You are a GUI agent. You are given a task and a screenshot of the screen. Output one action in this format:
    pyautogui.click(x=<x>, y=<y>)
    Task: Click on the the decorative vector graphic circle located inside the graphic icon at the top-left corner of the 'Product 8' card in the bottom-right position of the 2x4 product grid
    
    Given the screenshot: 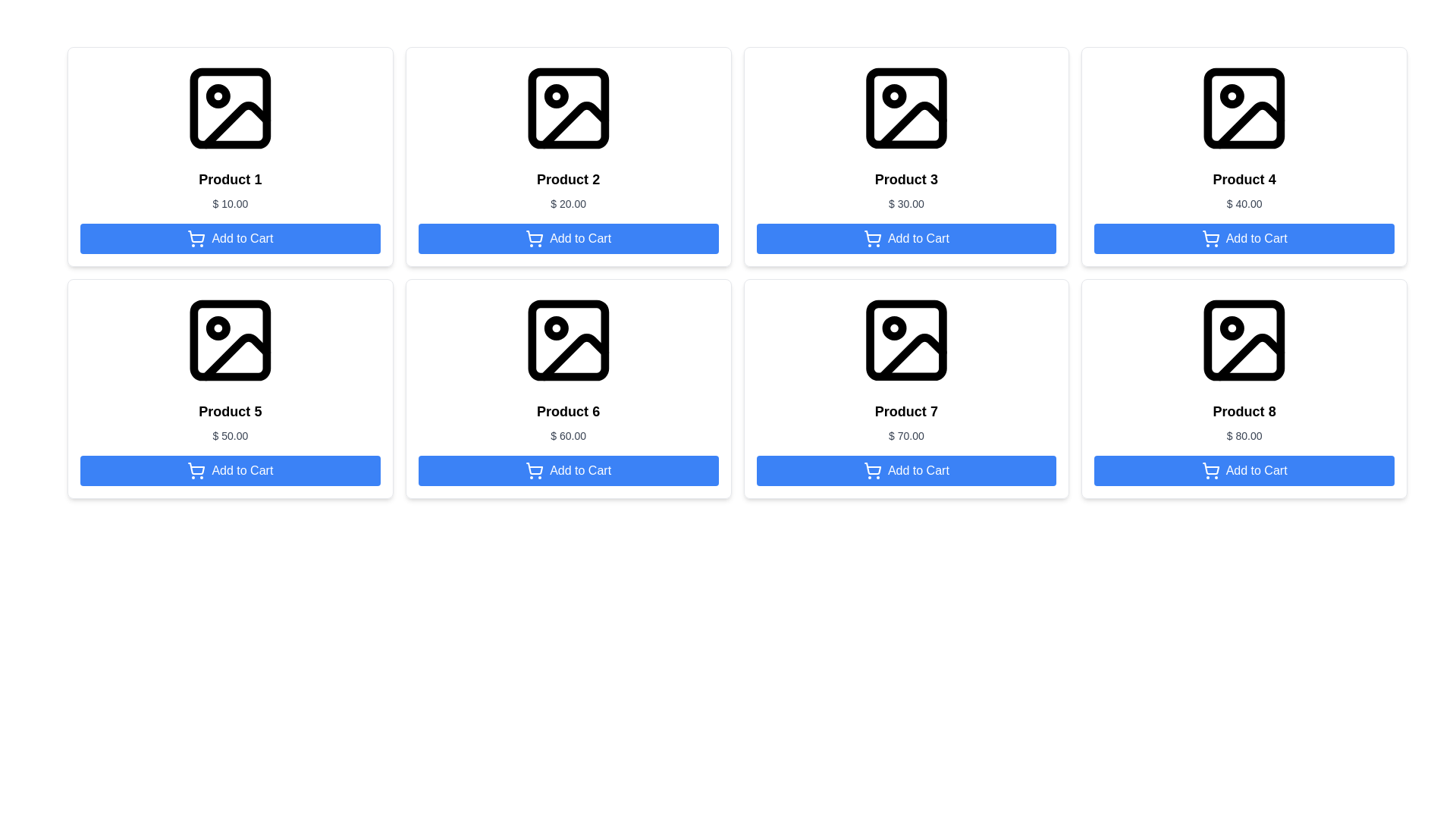 What is the action you would take?
    pyautogui.click(x=1232, y=327)
    